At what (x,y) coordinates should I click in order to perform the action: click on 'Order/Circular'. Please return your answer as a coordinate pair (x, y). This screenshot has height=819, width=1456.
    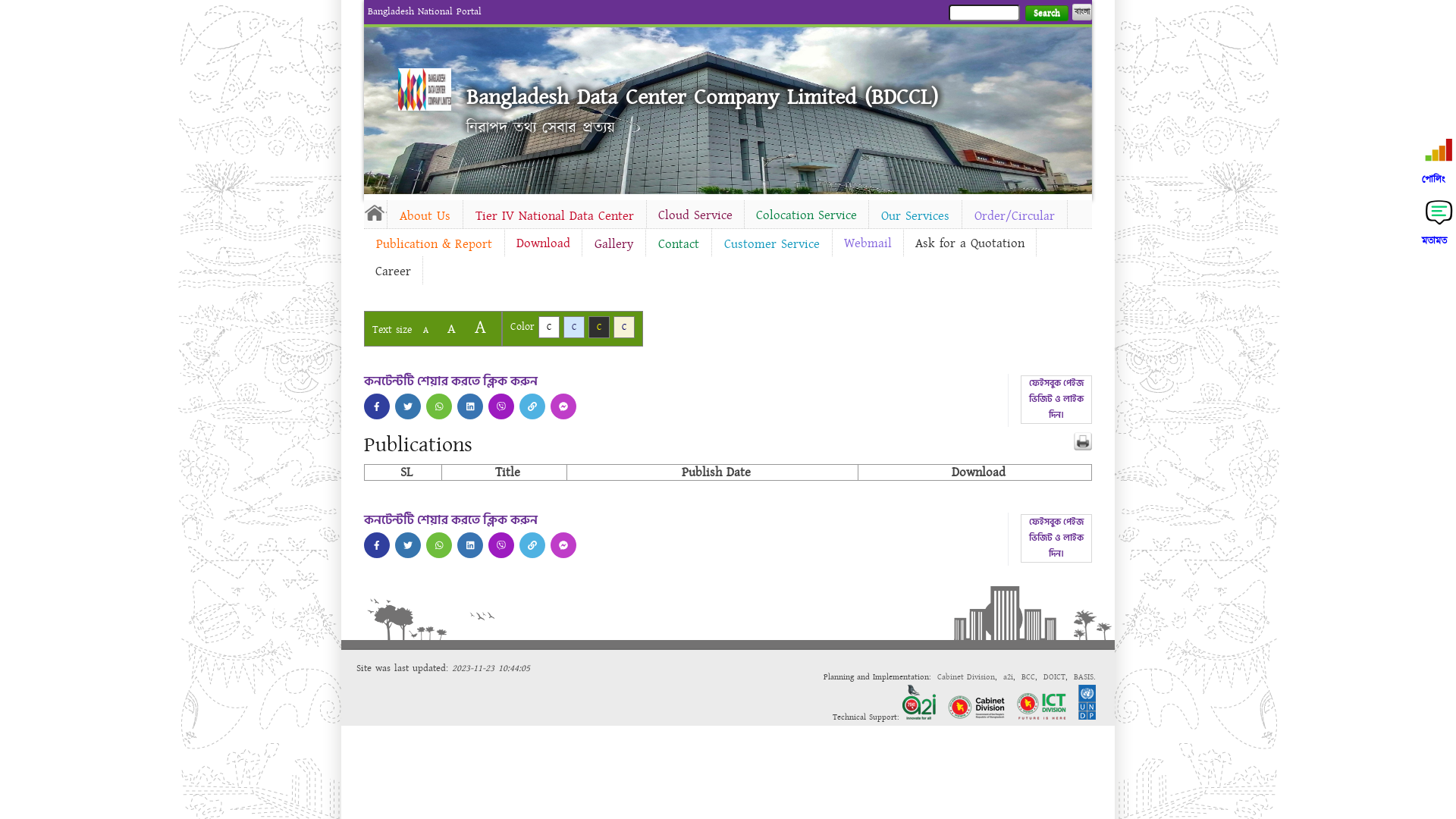
    Looking at the image, I should click on (1015, 216).